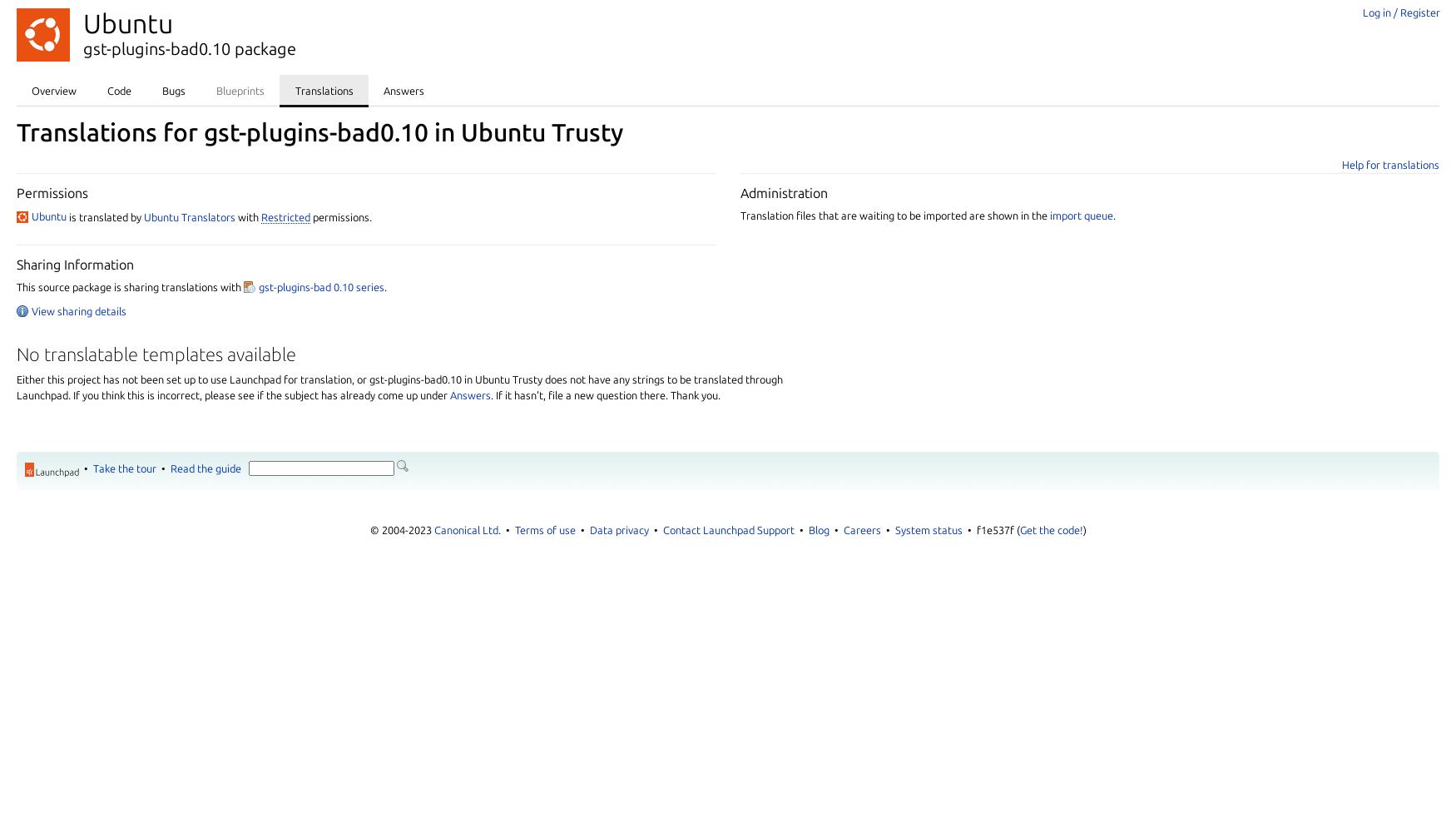 This screenshot has width=1456, height=832. Describe the element at coordinates (606, 394) in the screenshot. I see `'.
      If it hasn't, file a new question there.  Thank you.'` at that location.